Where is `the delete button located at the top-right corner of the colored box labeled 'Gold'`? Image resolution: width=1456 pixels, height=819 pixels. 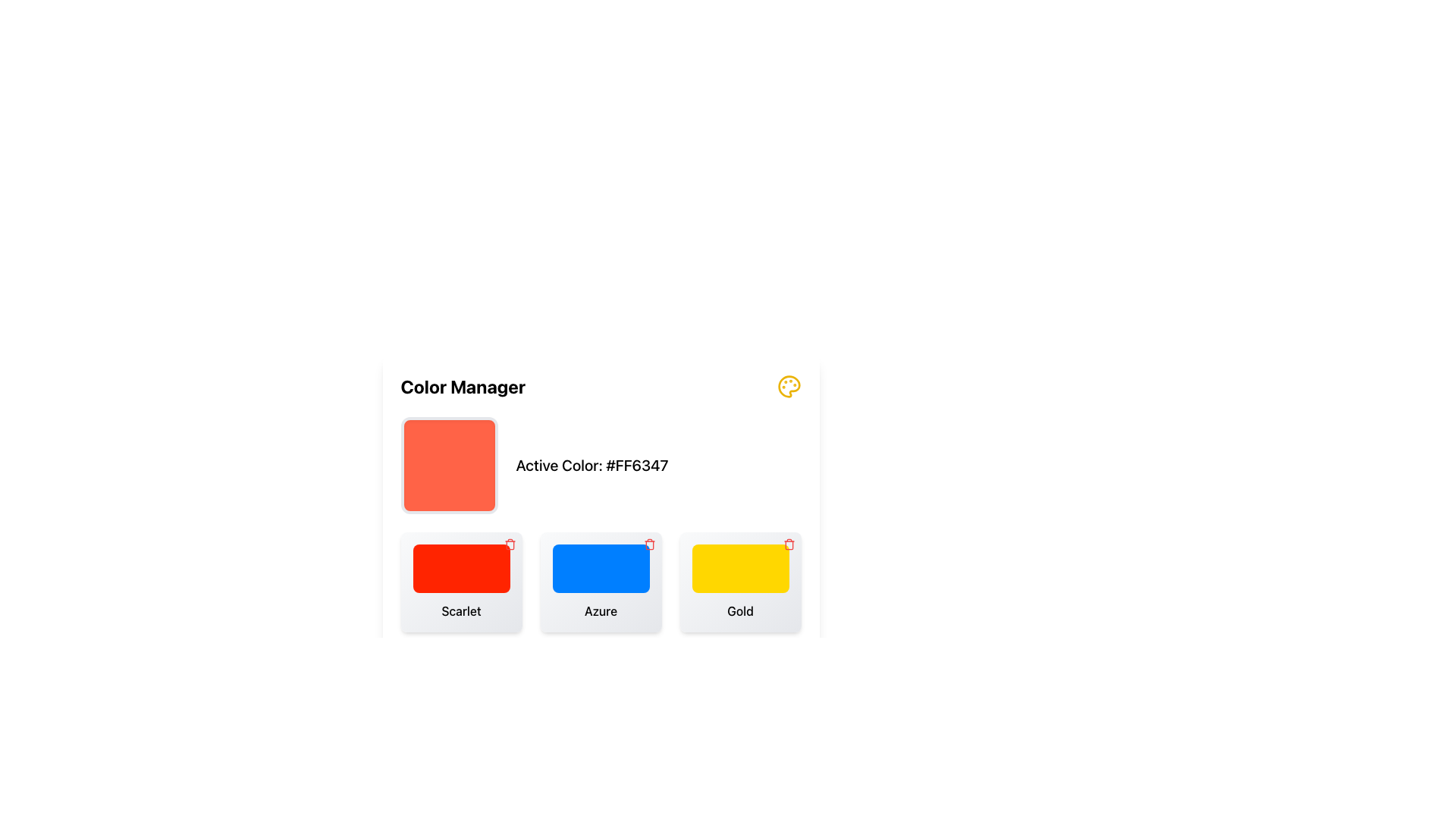
the delete button located at the top-right corner of the colored box labeled 'Gold' is located at coordinates (789, 543).